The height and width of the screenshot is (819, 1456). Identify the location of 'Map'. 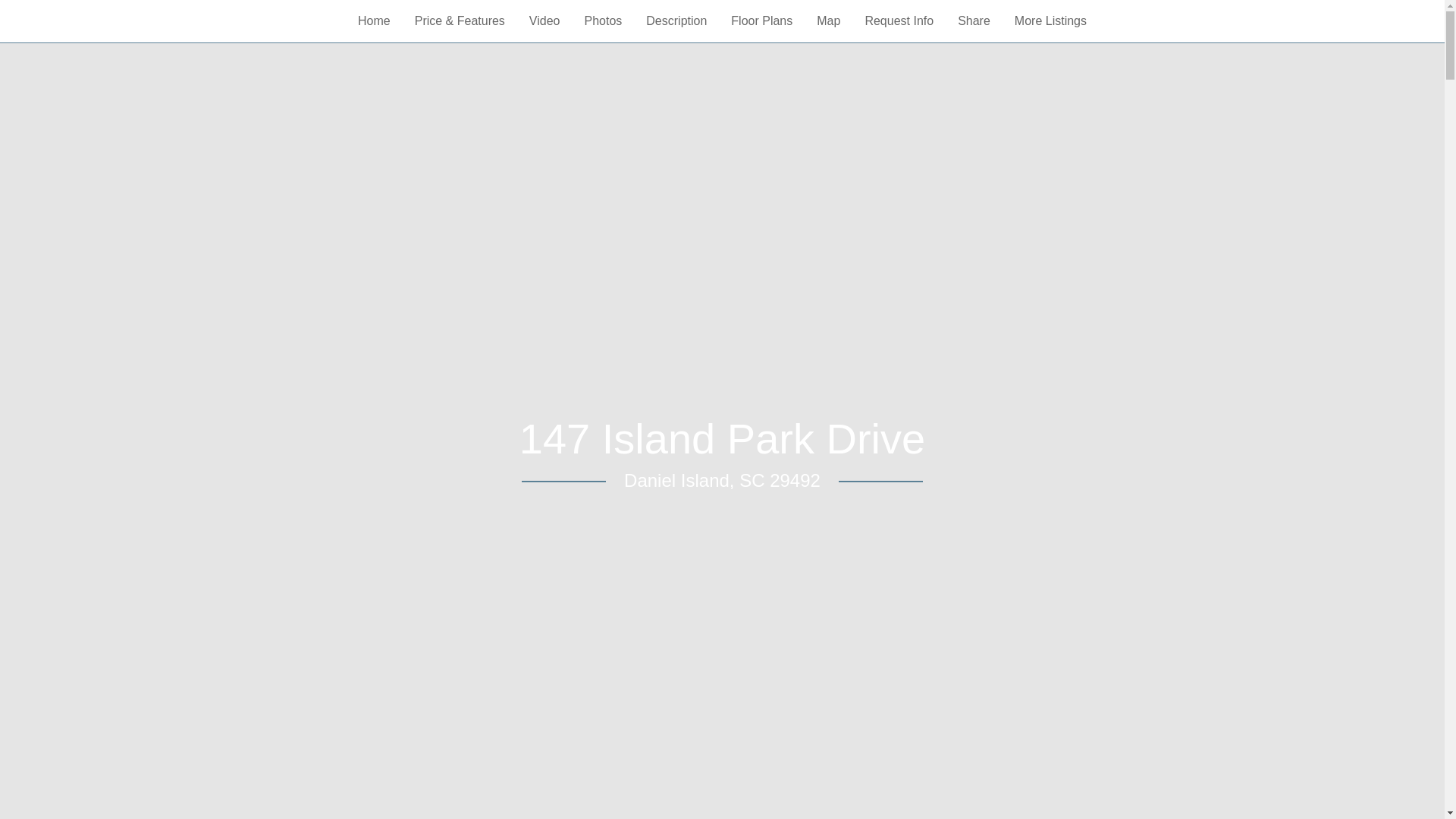
(827, 20).